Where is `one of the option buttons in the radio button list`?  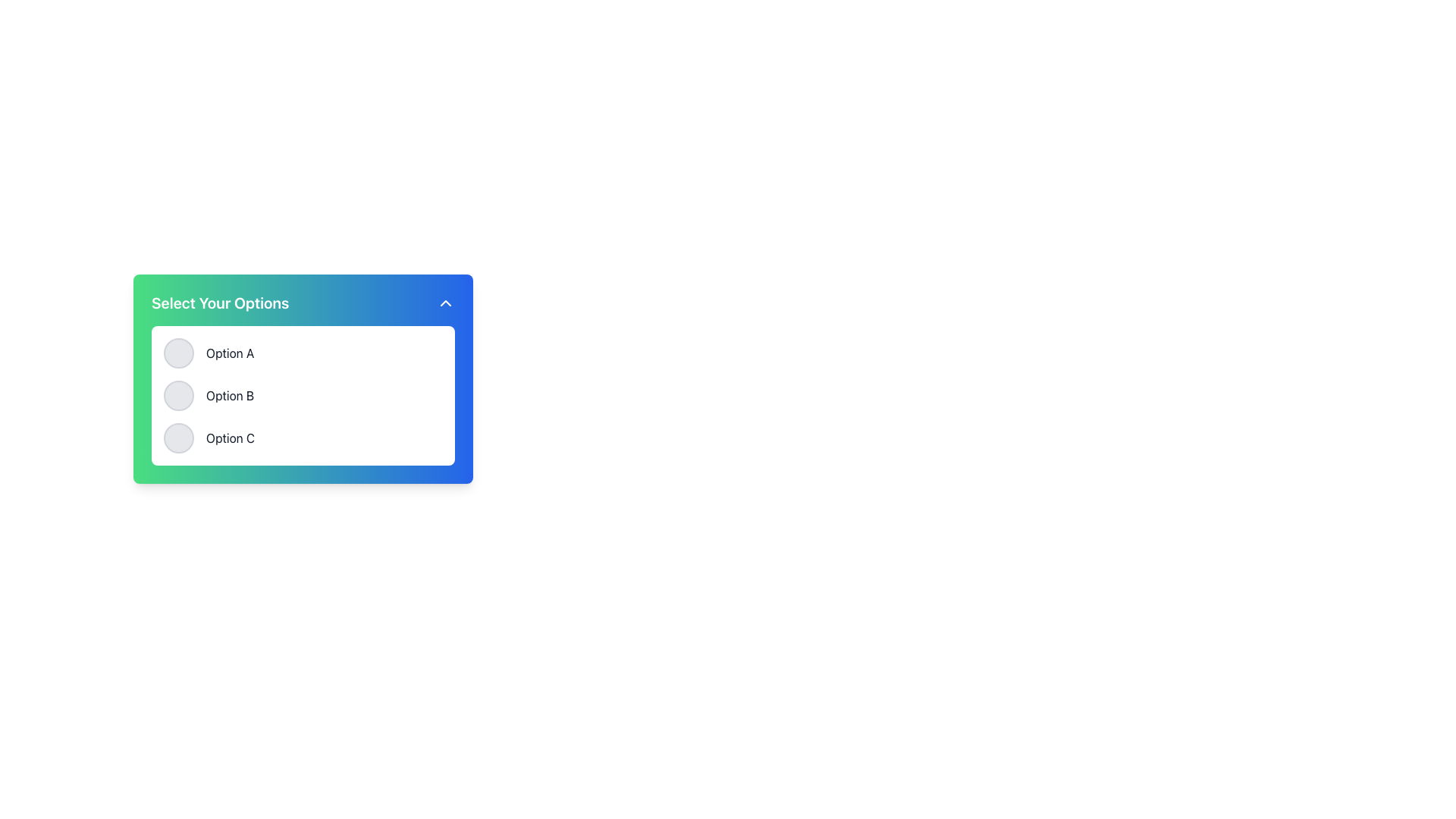 one of the option buttons in the radio button list is located at coordinates (303, 378).